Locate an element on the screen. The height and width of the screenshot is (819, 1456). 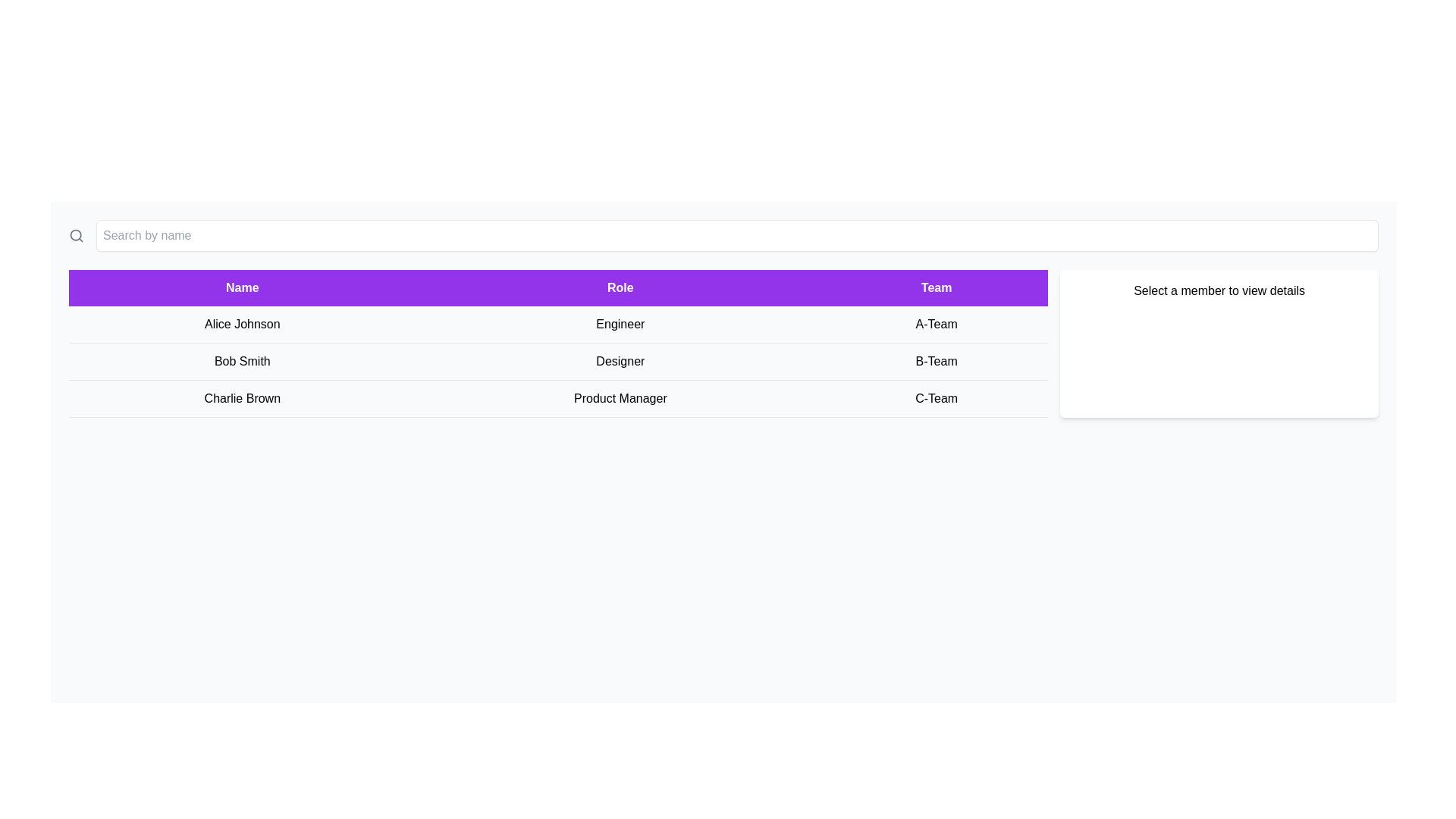
the text label with a purple background that reads 'Team', which is the third column header in the table, located to the right of the 'Role' header is located at coordinates (936, 288).